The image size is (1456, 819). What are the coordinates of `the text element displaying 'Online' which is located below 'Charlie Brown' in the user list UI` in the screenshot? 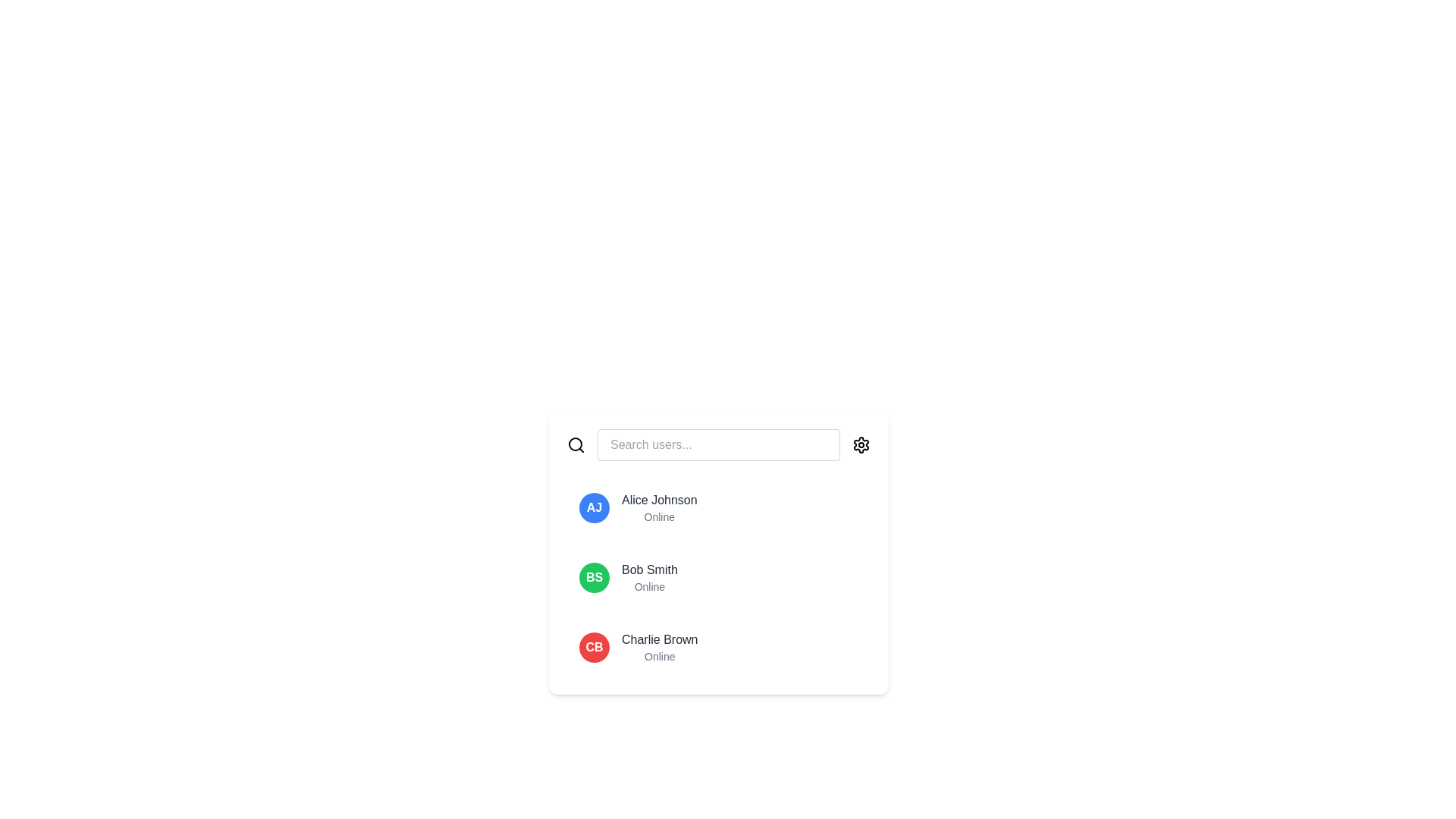 It's located at (660, 656).